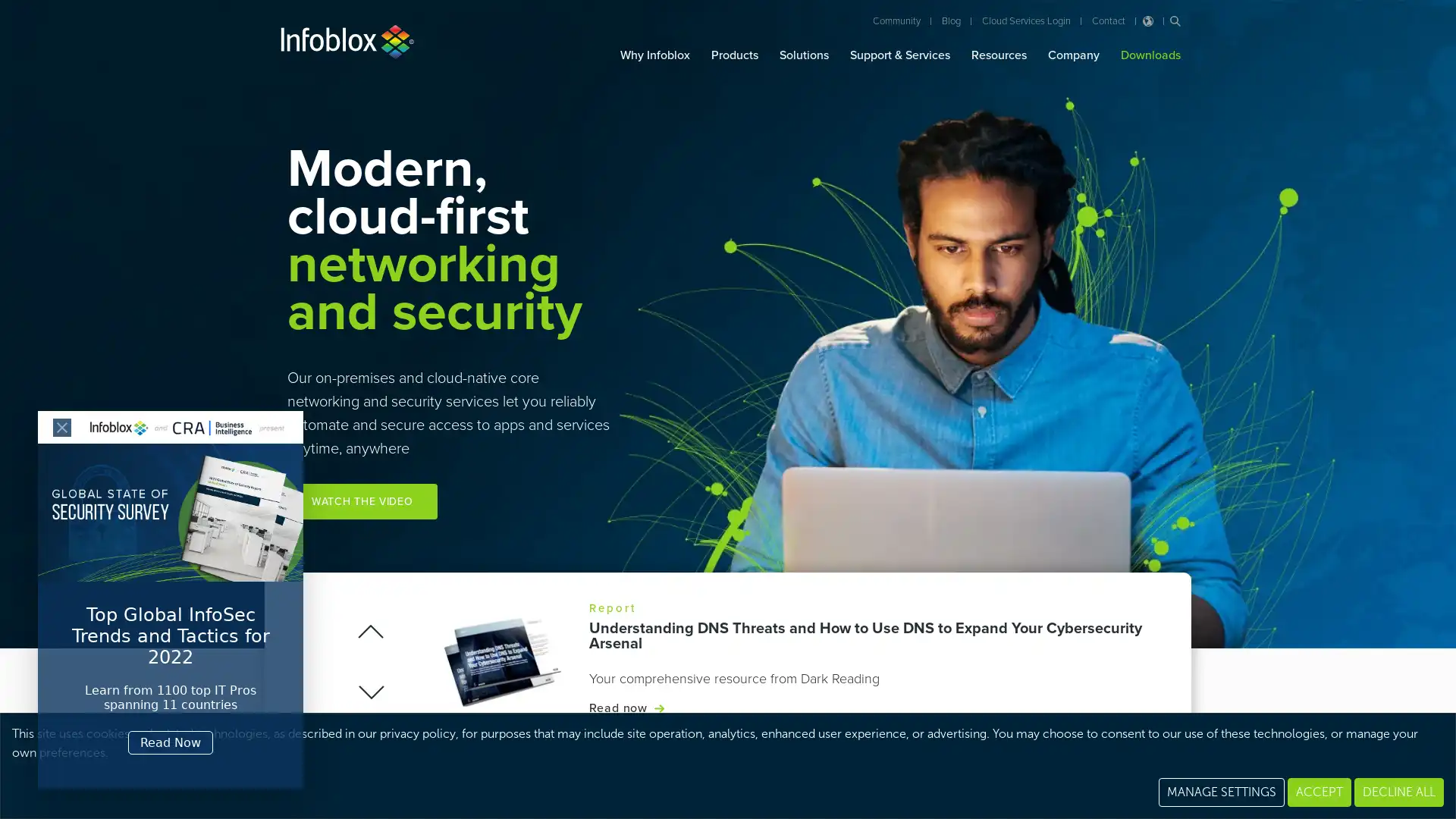  What do you see at coordinates (1318, 791) in the screenshot?
I see `ACCEPT` at bounding box center [1318, 791].